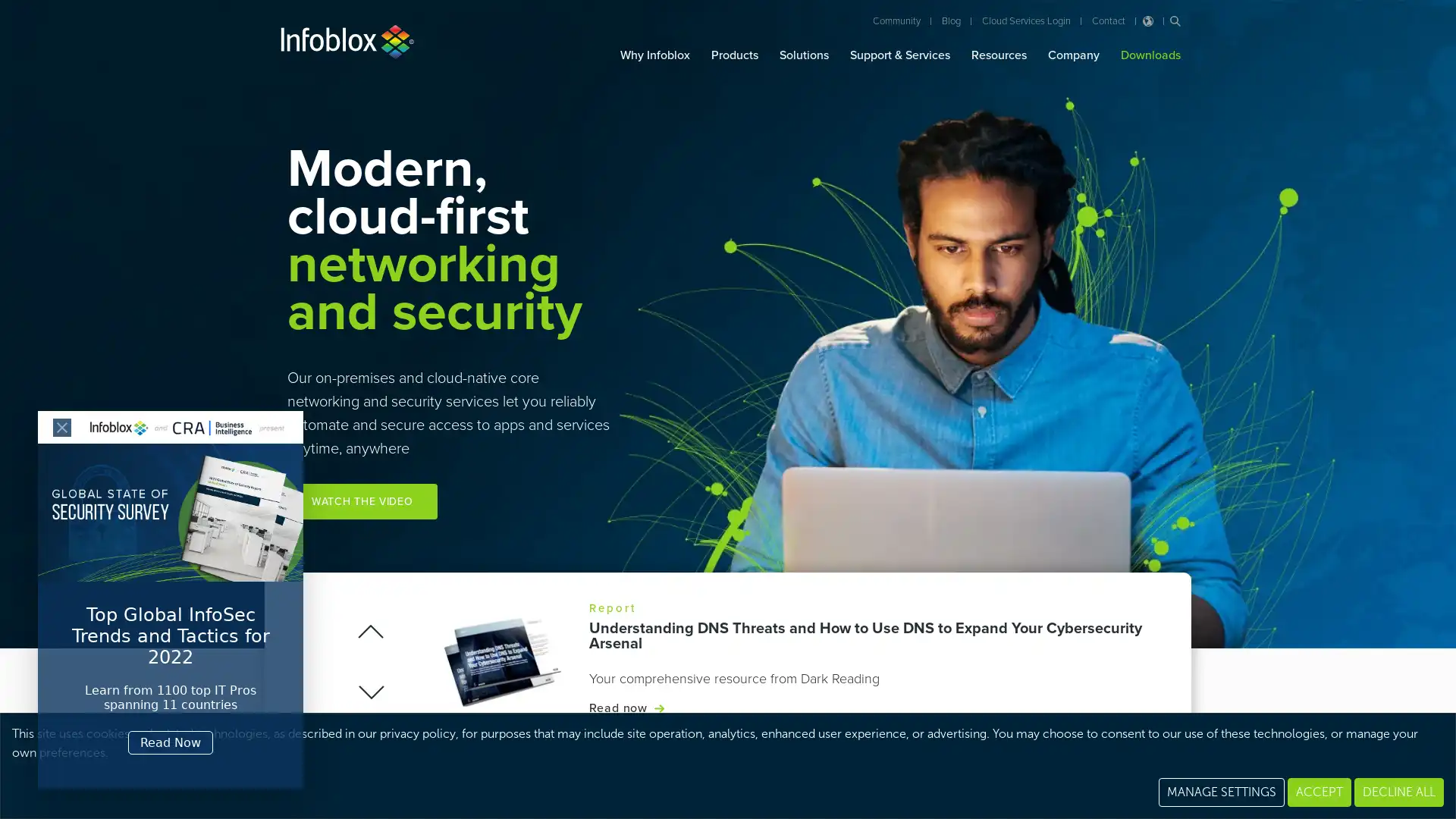  What do you see at coordinates (1318, 791) in the screenshot?
I see `ACCEPT` at bounding box center [1318, 791].